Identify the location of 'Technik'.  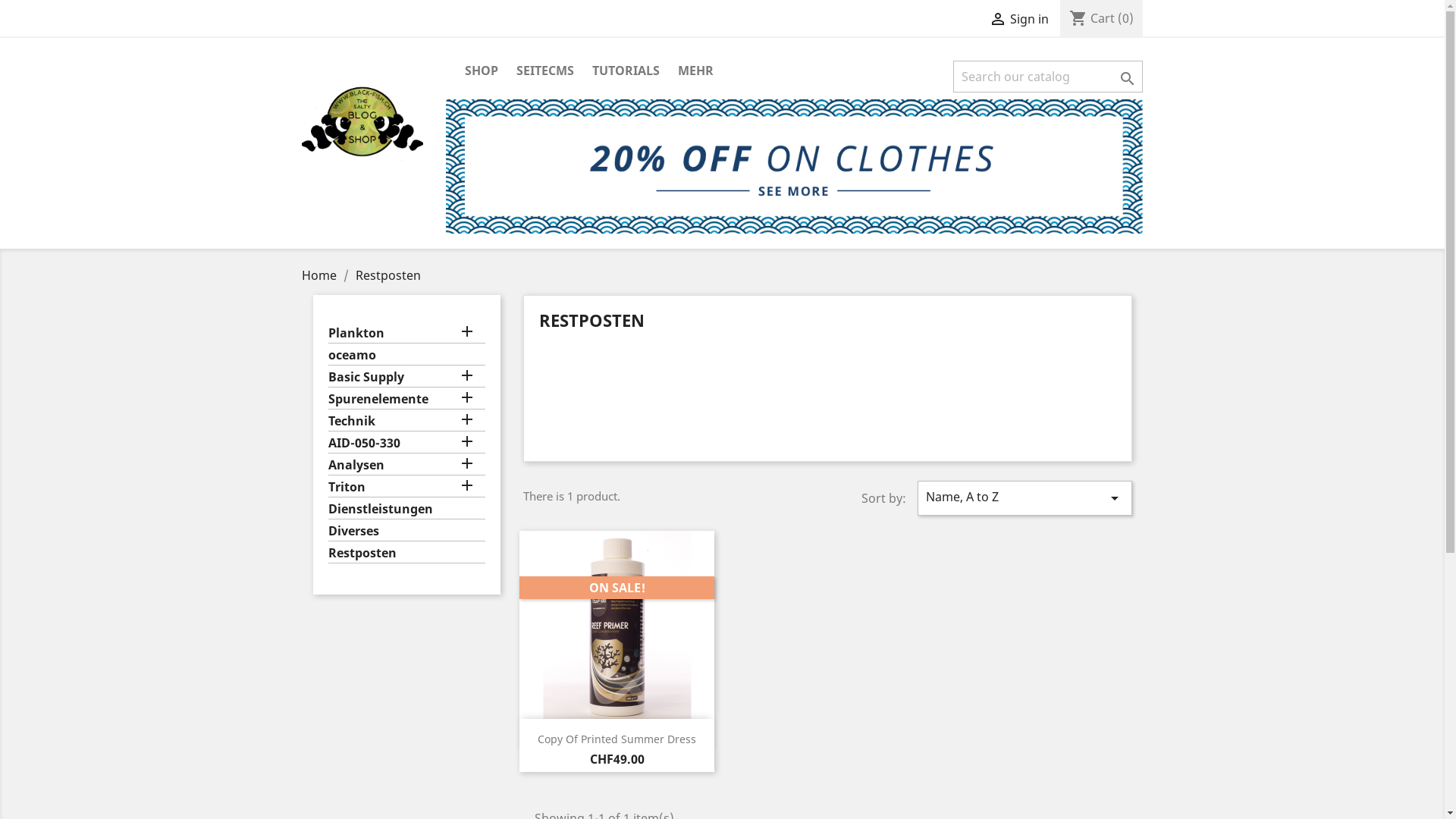
(406, 422).